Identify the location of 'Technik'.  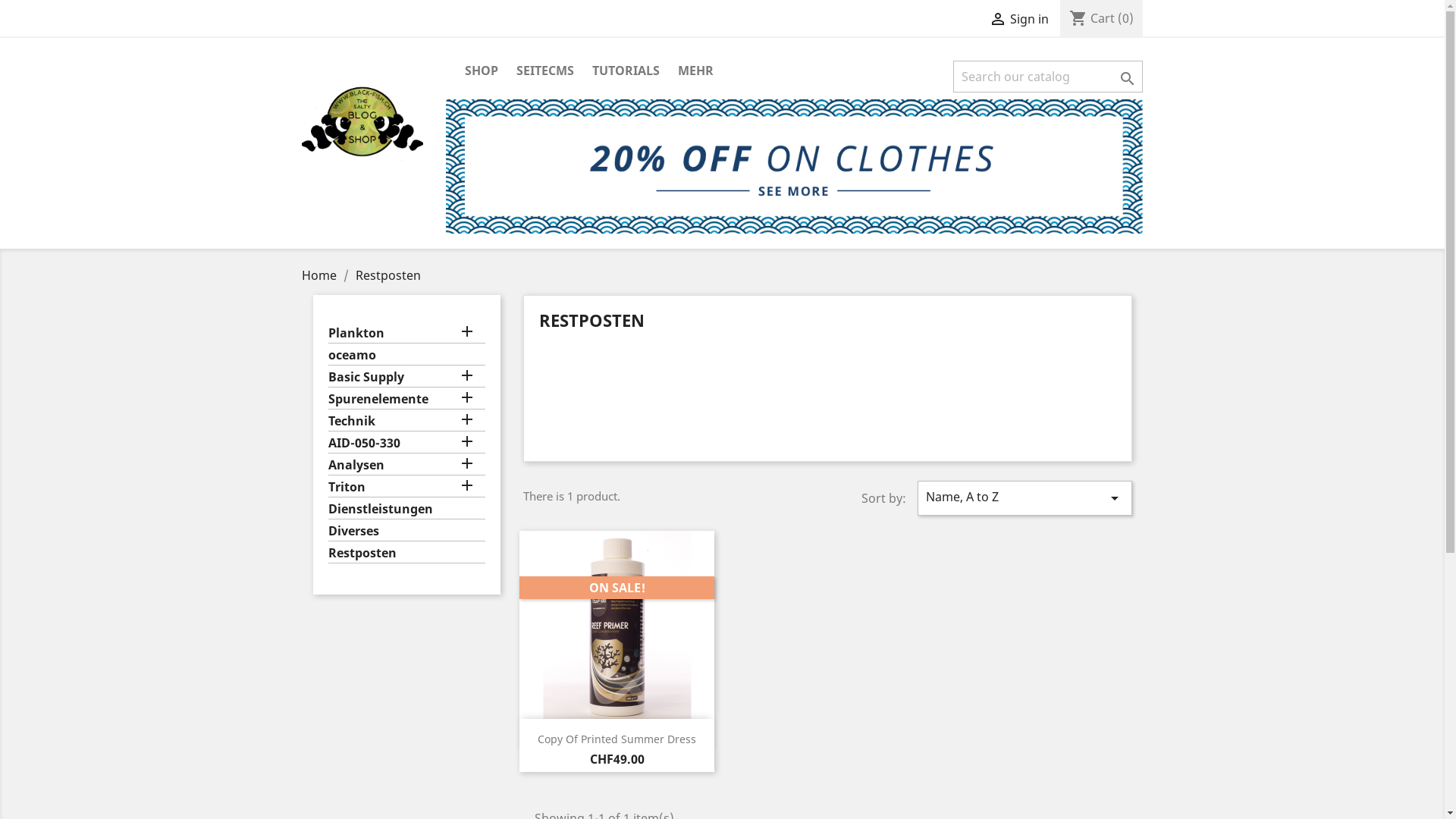
(406, 422).